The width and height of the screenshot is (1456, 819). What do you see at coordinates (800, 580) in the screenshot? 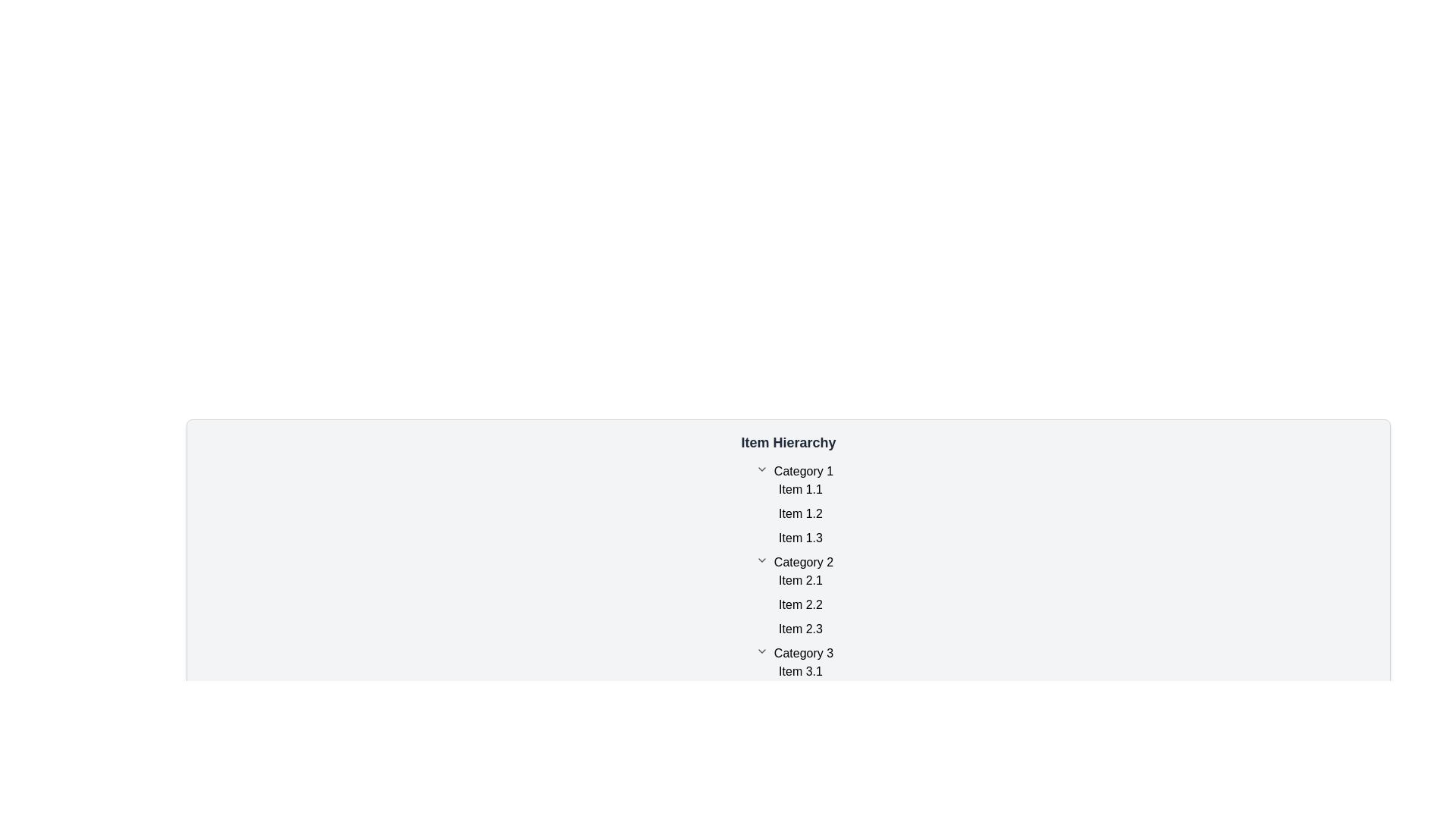
I see `text 'Item 2.1' which is the first item under the 'Category 2' section in the hierarchical list` at bounding box center [800, 580].